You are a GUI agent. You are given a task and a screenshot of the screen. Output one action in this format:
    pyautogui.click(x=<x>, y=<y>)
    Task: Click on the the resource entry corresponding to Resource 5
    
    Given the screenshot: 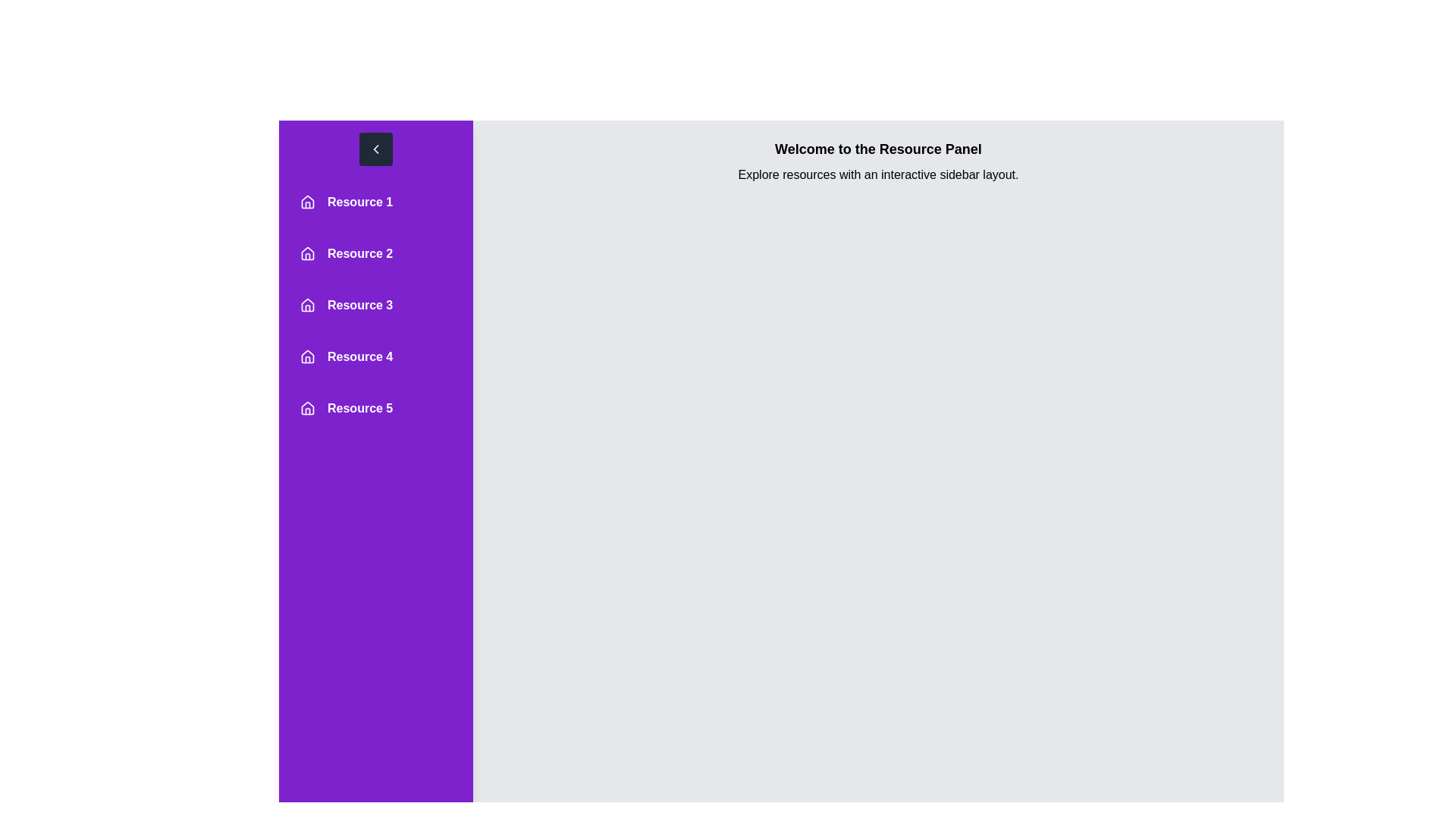 What is the action you would take?
    pyautogui.click(x=375, y=408)
    